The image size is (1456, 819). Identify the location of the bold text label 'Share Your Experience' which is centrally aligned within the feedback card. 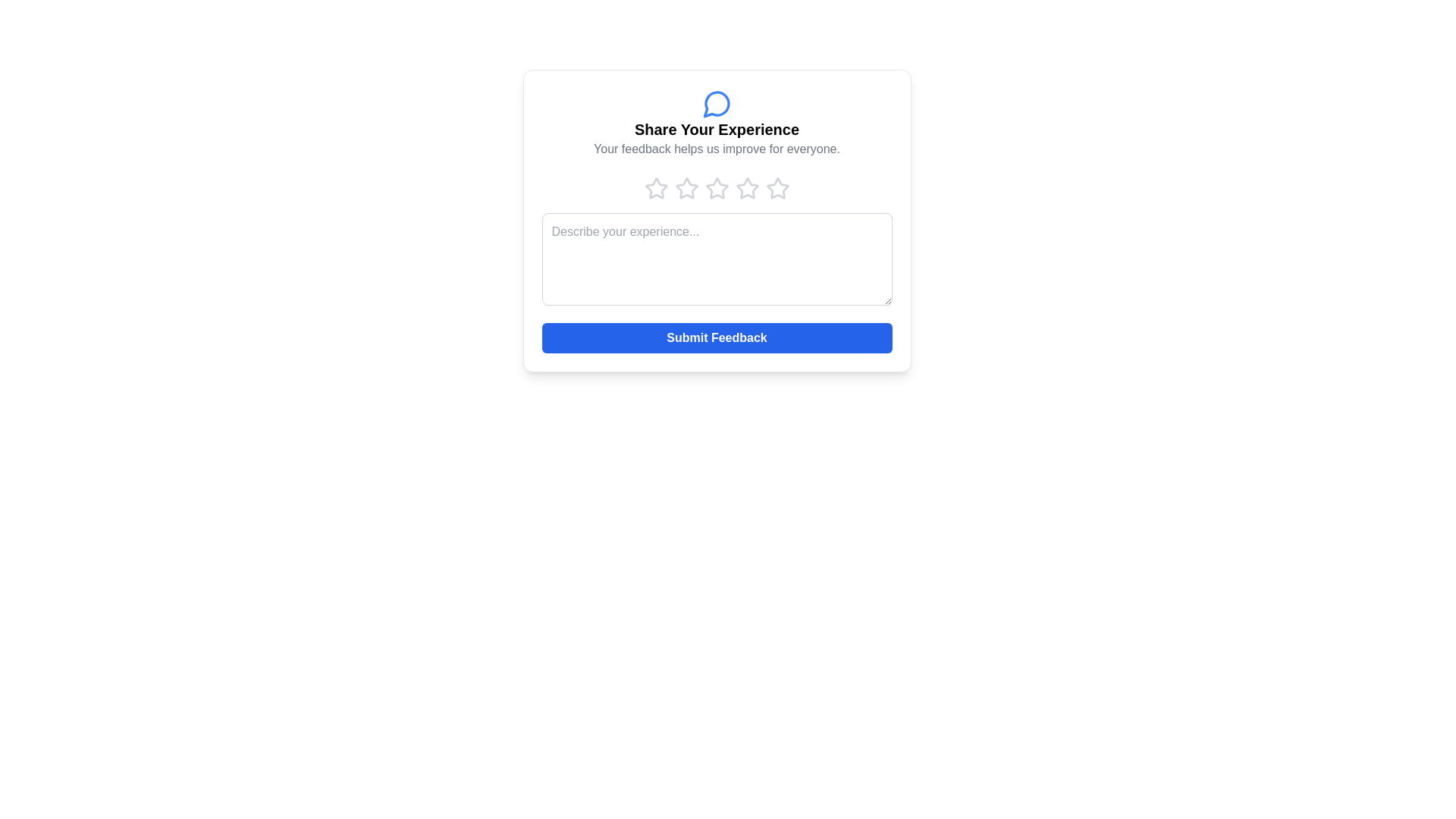
(716, 128).